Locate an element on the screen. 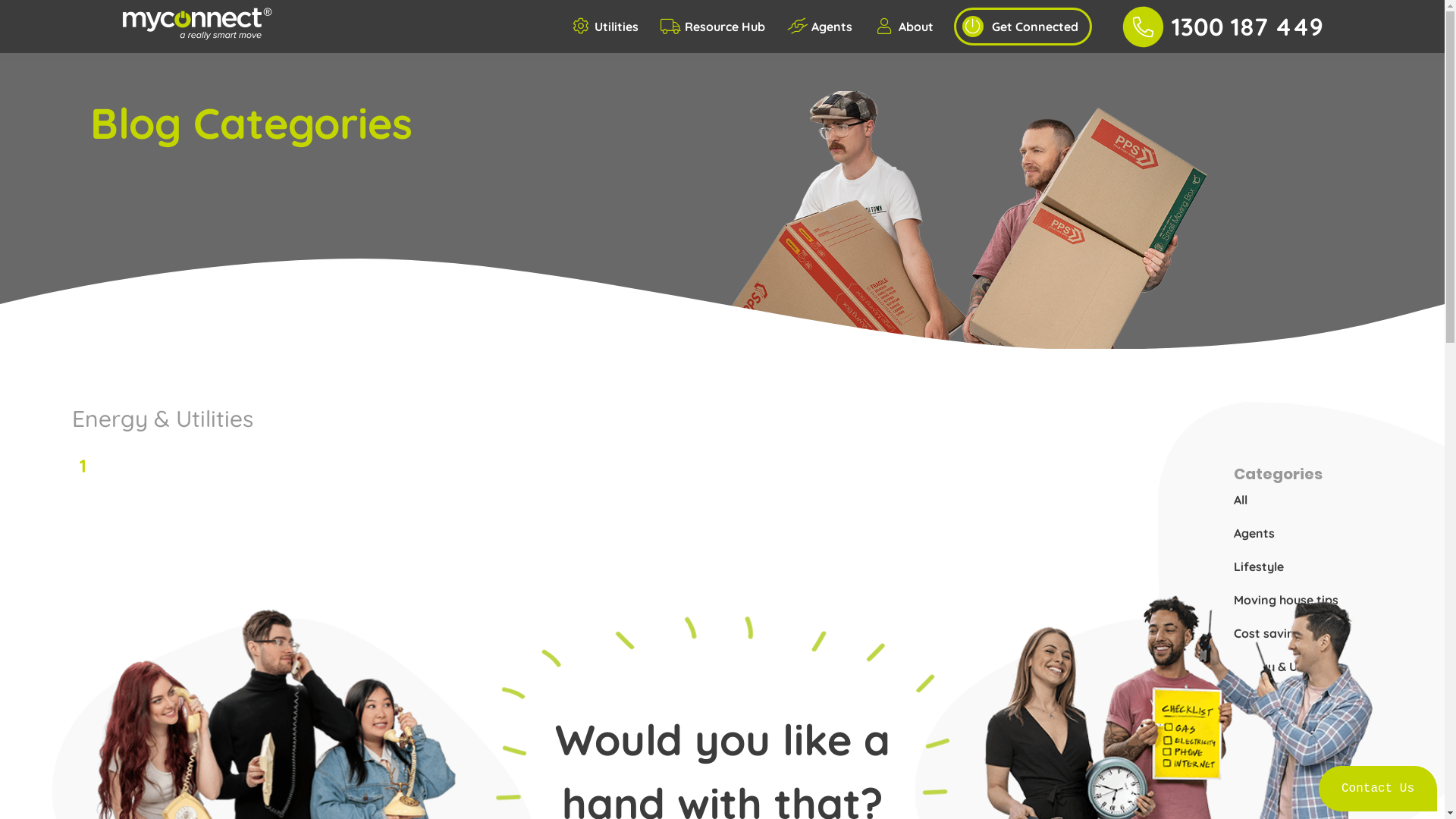  'Energy & Utilities' is located at coordinates (1282, 666).